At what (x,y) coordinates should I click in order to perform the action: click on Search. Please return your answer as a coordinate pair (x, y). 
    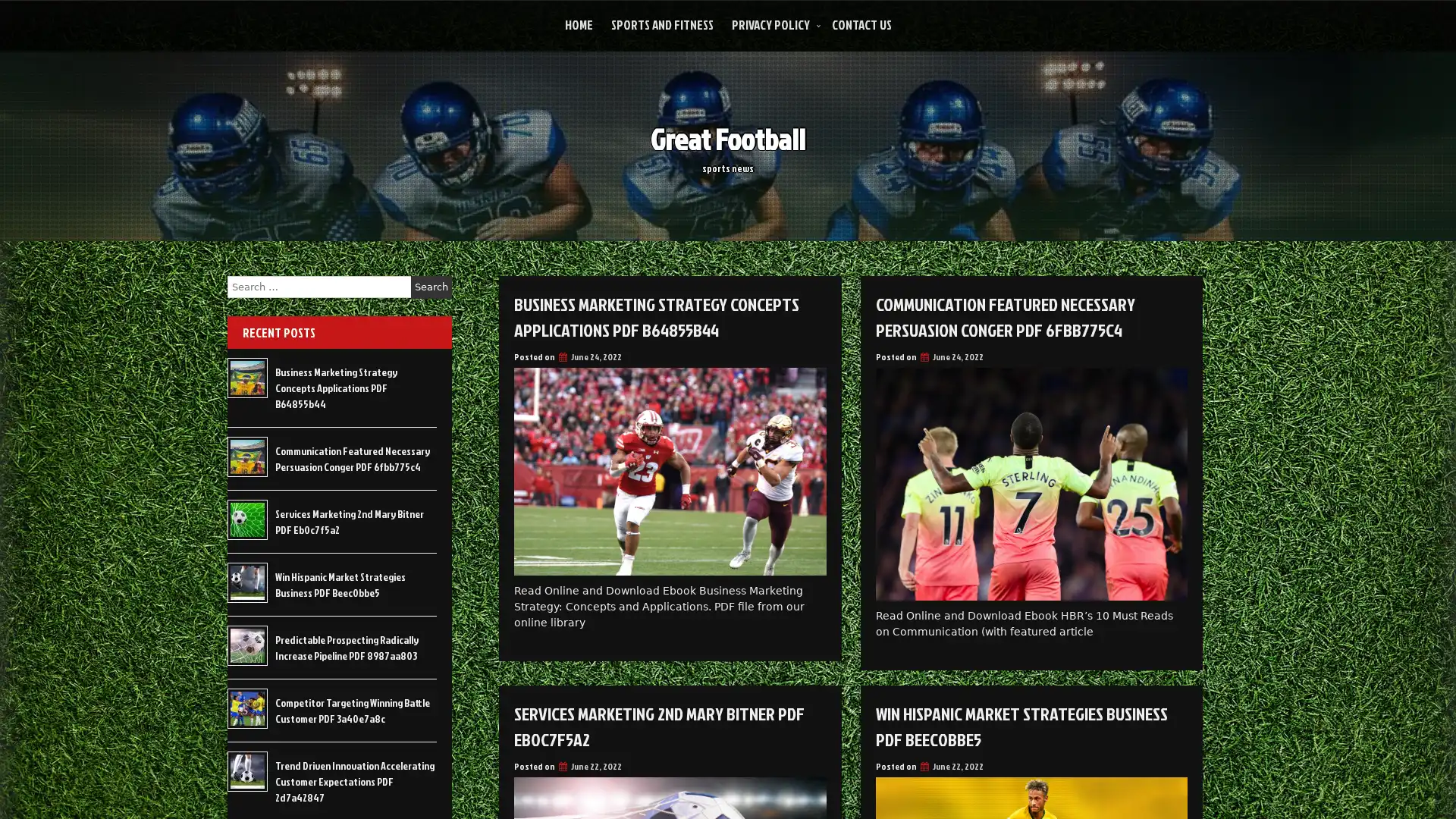
    Looking at the image, I should click on (431, 287).